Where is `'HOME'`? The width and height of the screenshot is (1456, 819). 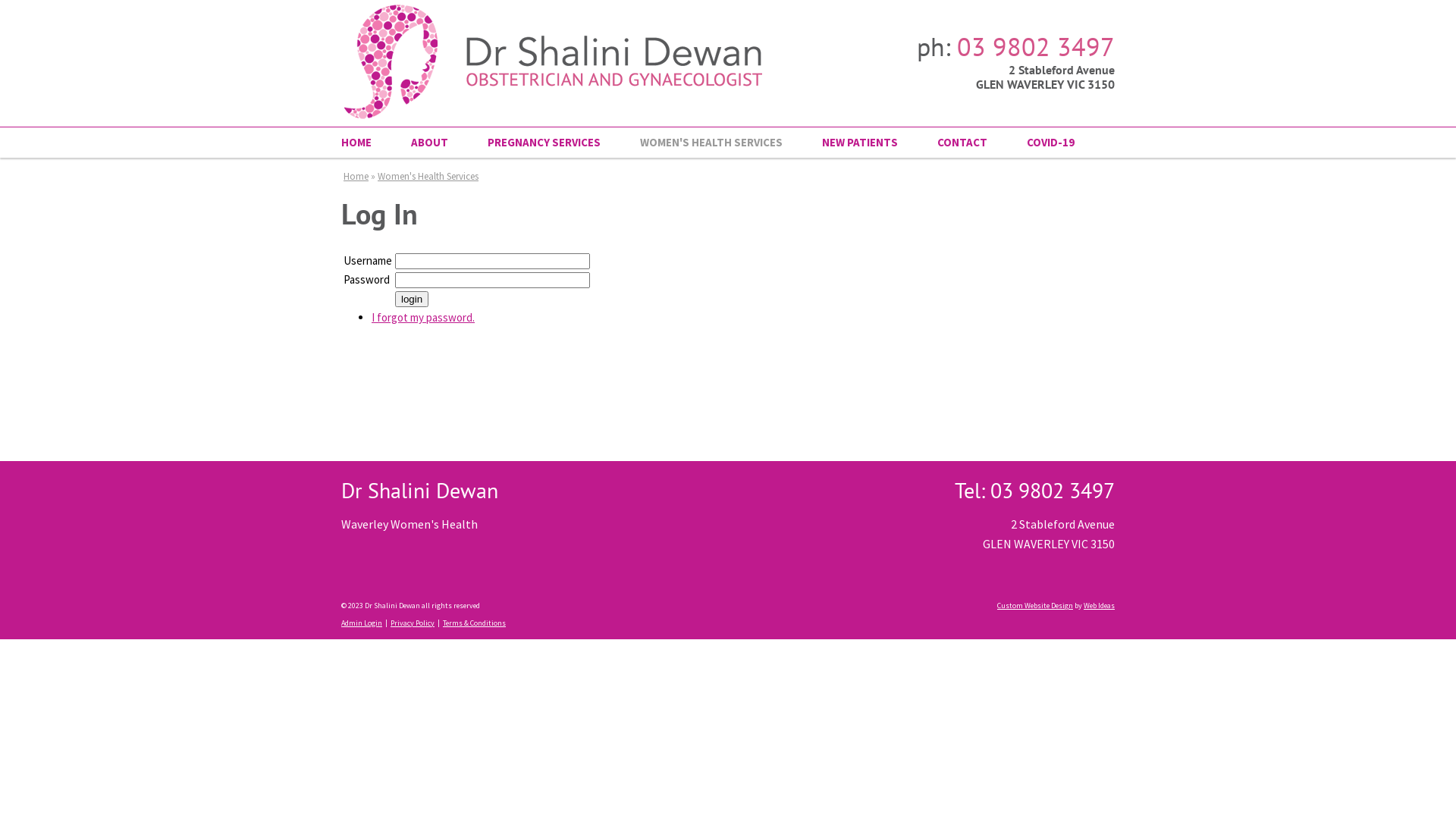 'HOME' is located at coordinates (366, 143).